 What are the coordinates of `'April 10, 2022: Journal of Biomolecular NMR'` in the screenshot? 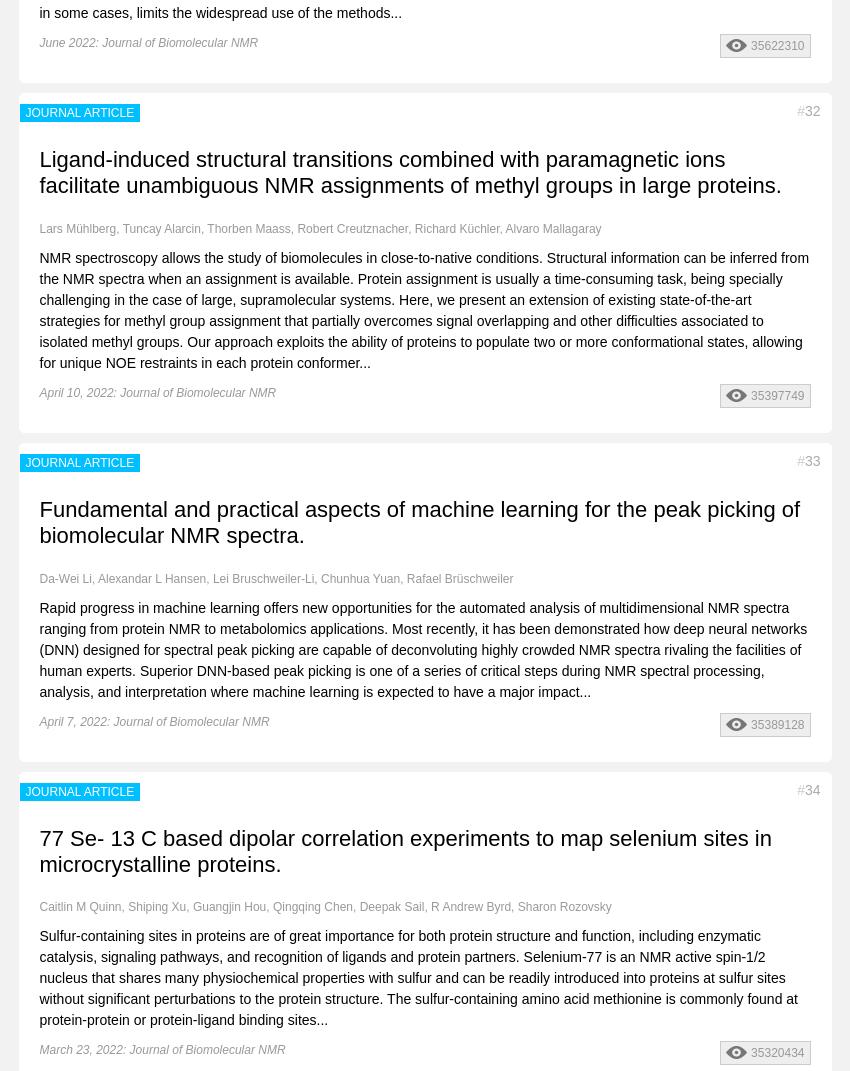 It's located at (157, 391).